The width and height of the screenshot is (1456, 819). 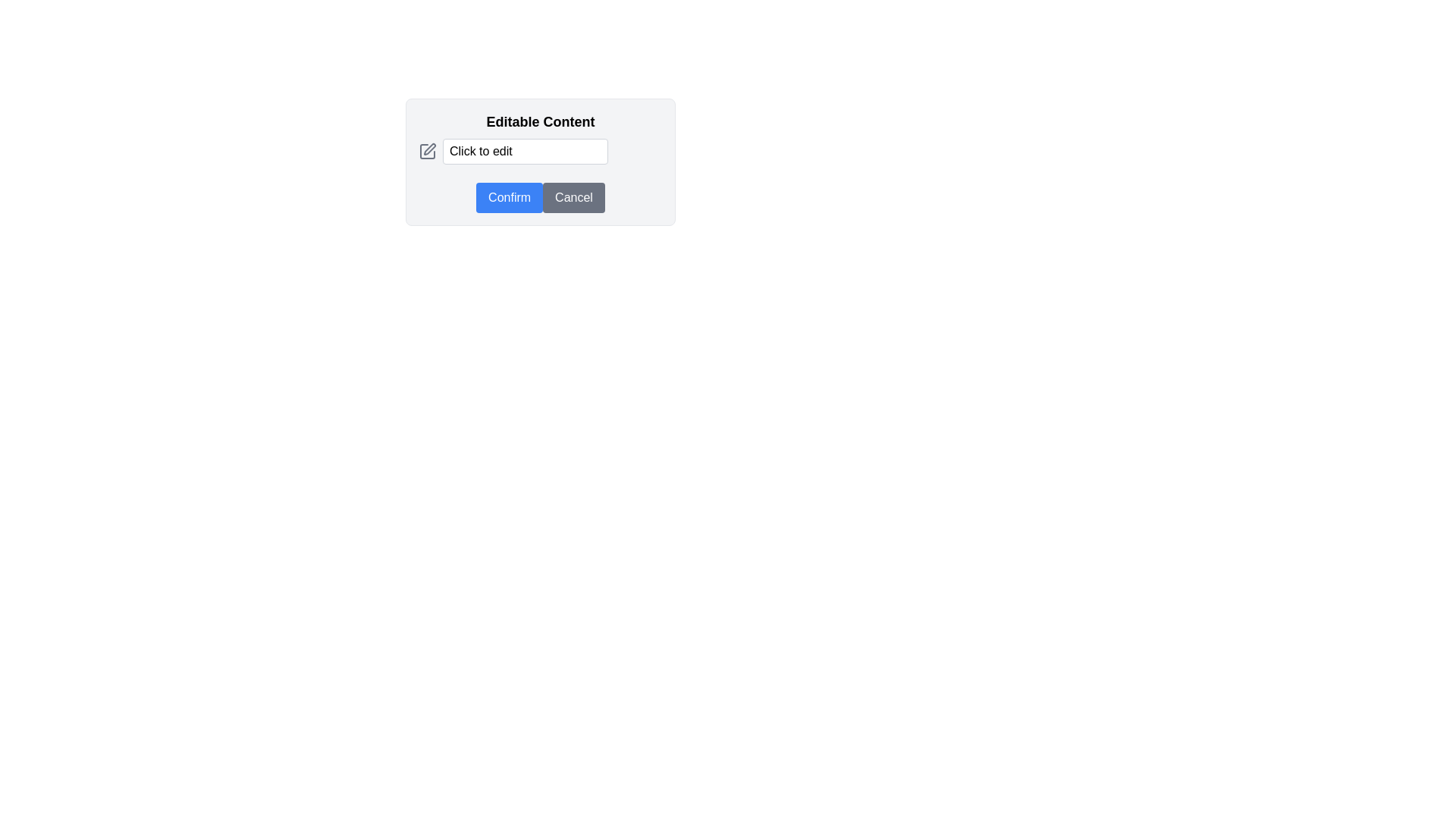 What do you see at coordinates (573, 197) in the screenshot?
I see `the 'Cancel' button, which is a rectangular button with rounded edges and white text, to observe its hover effect` at bounding box center [573, 197].